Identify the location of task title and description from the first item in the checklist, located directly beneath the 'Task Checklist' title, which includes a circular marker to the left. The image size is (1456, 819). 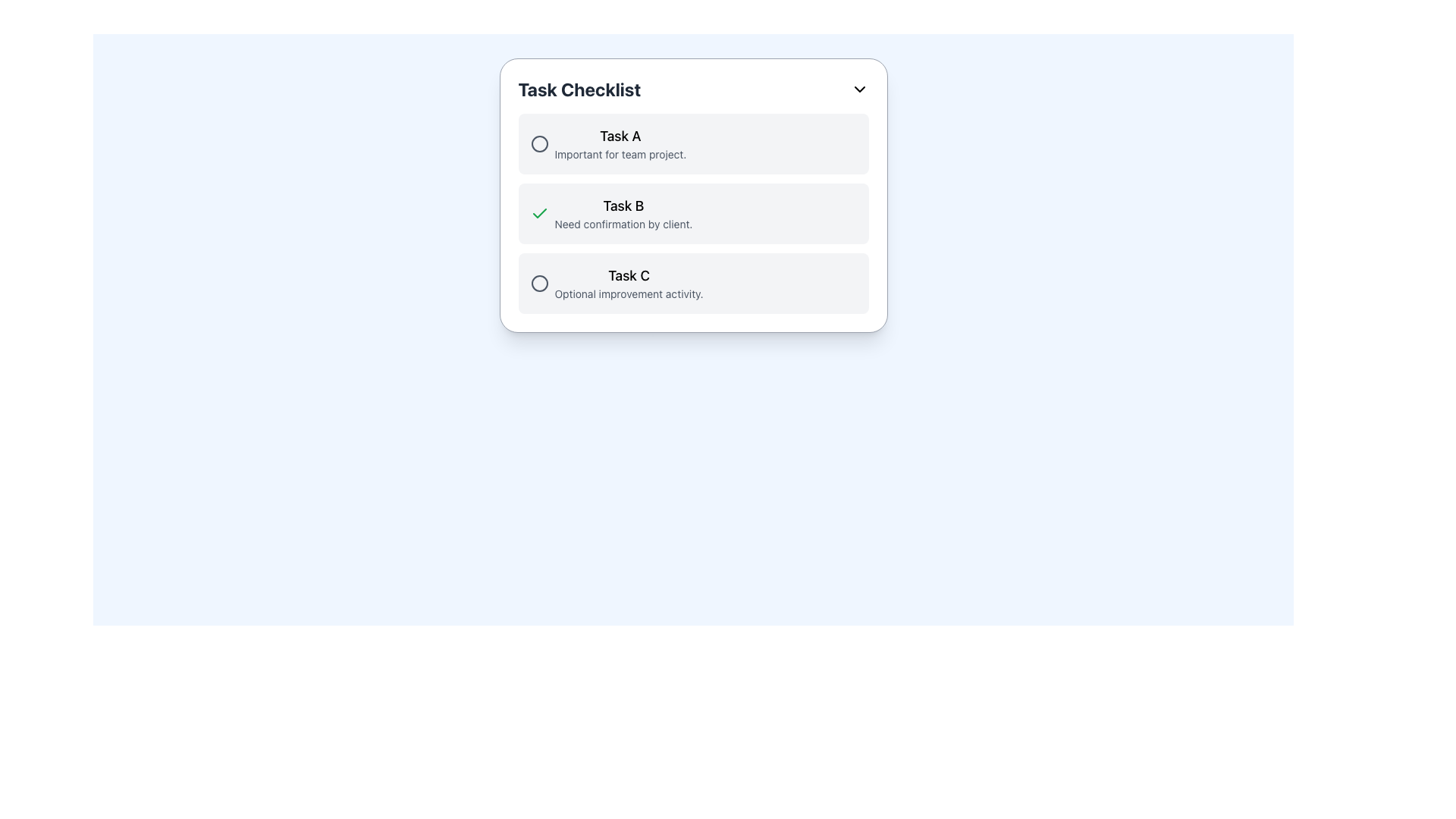
(620, 143).